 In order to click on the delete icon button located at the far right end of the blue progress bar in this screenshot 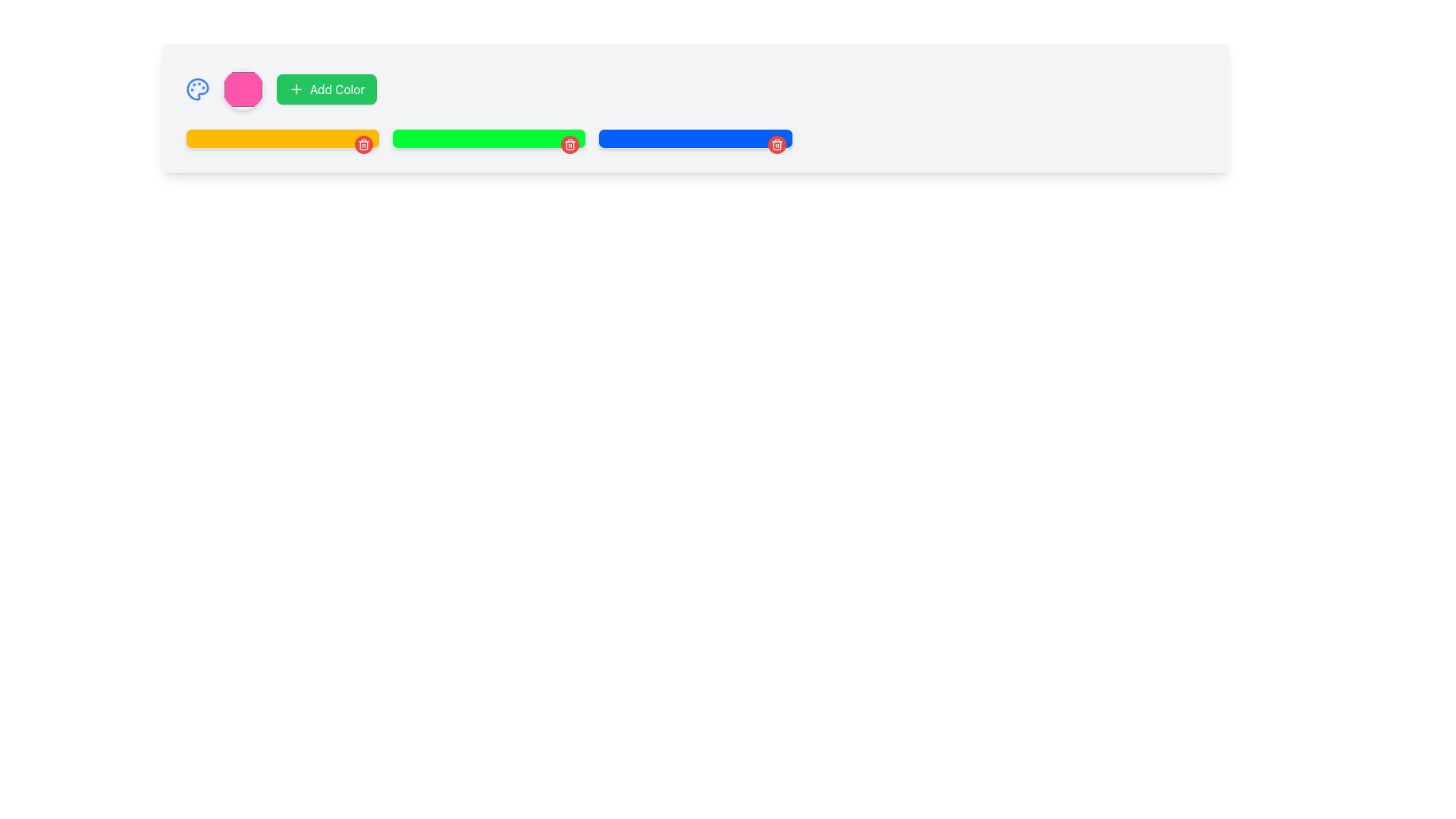, I will do `click(777, 145)`.